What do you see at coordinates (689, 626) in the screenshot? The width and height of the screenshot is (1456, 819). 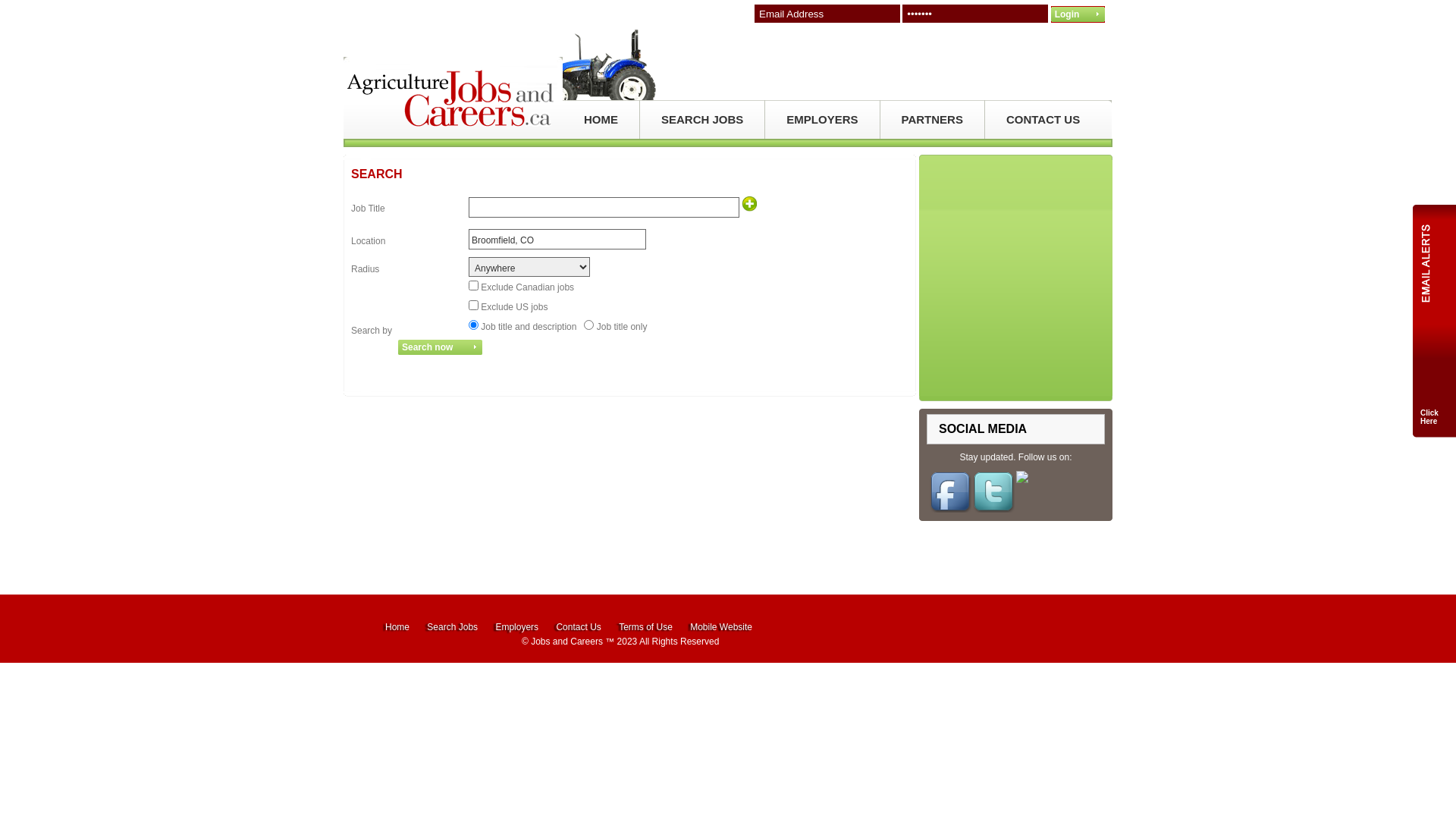 I see `'Mobile Website'` at bounding box center [689, 626].